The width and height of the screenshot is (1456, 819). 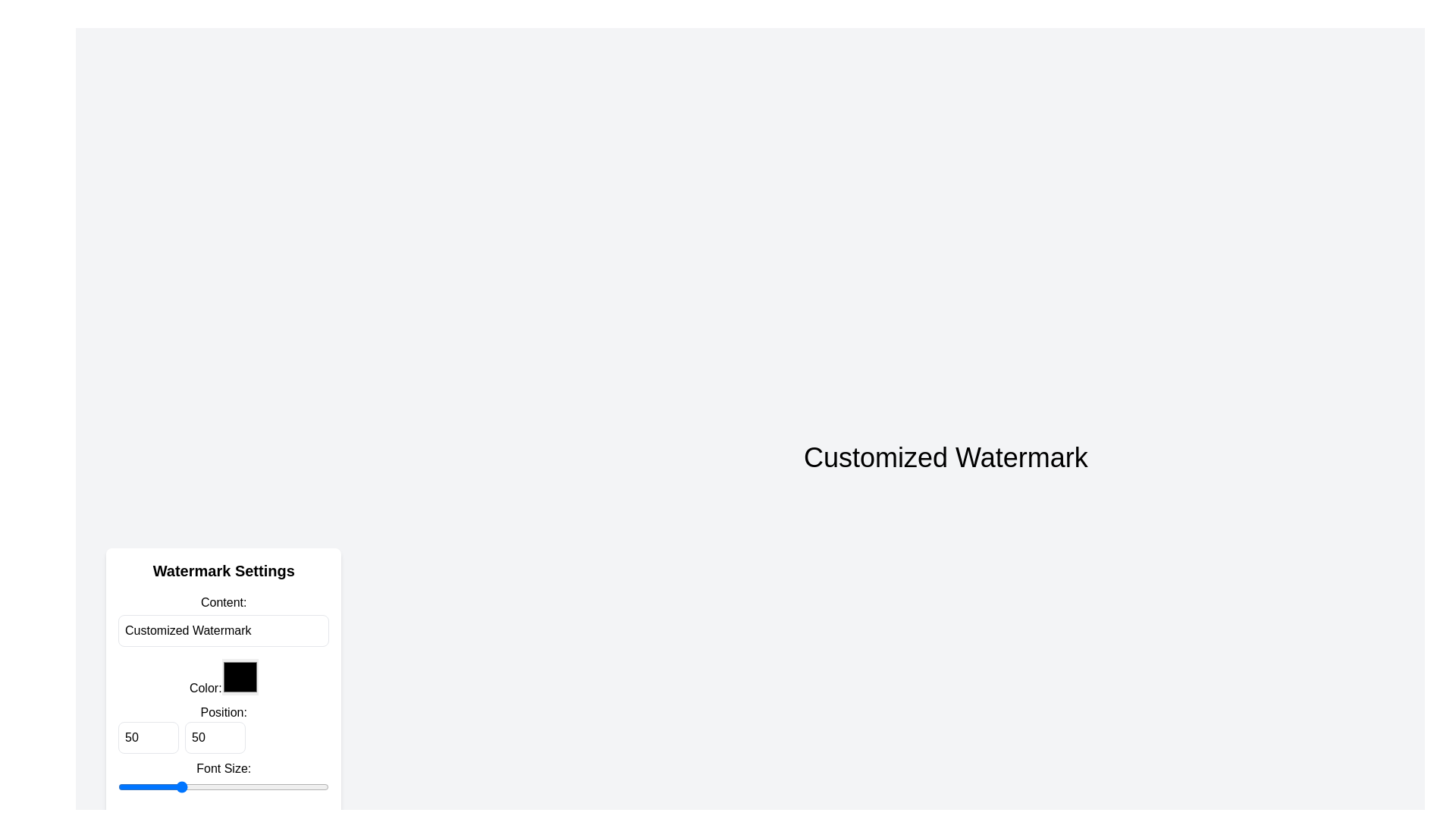 What do you see at coordinates (230, 786) in the screenshot?
I see `the font size` at bounding box center [230, 786].